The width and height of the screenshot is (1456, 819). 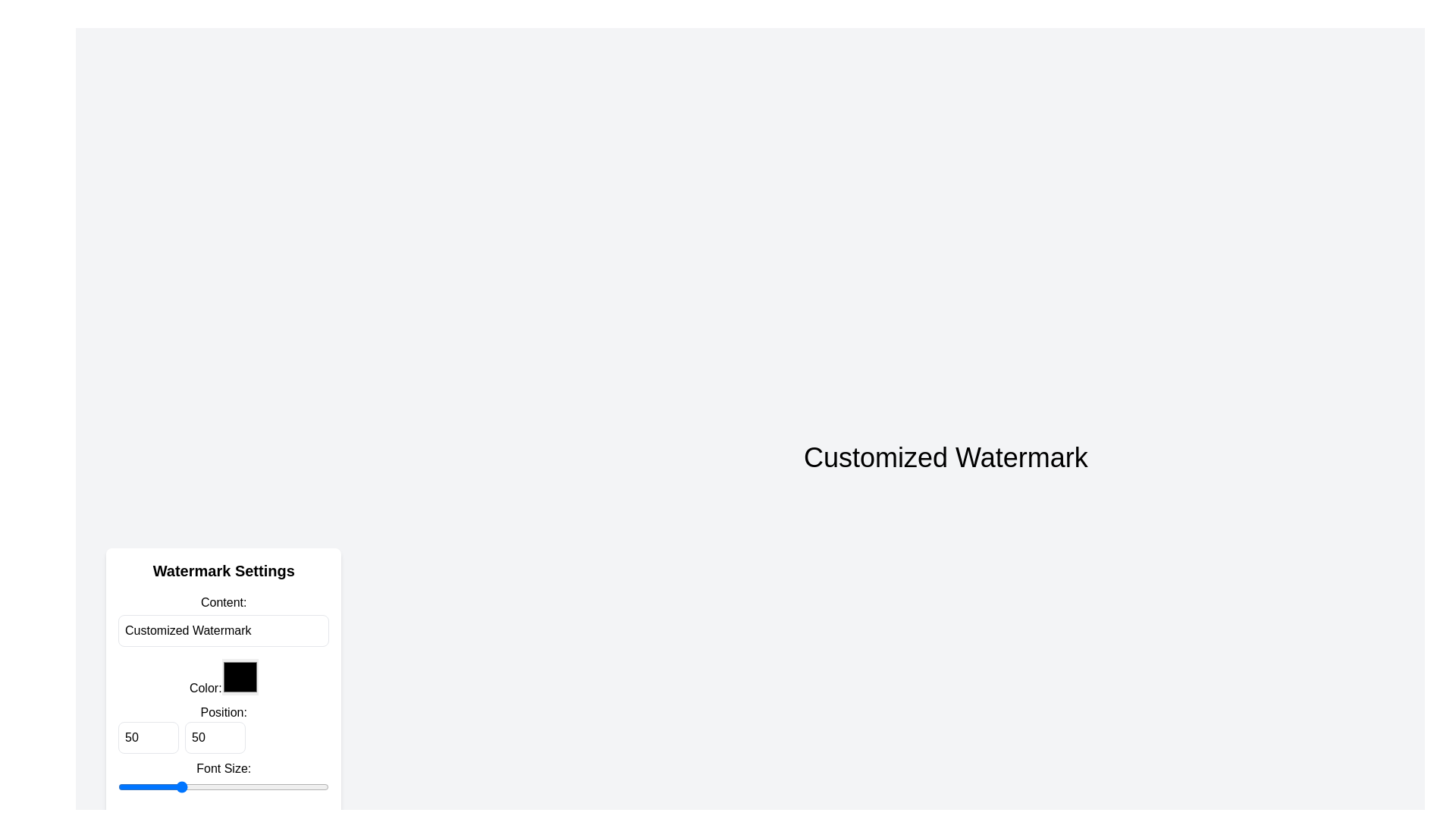 What do you see at coordinates (230, 786) in the screenshot?
I see `the font size` at bounding box center [230, 786].